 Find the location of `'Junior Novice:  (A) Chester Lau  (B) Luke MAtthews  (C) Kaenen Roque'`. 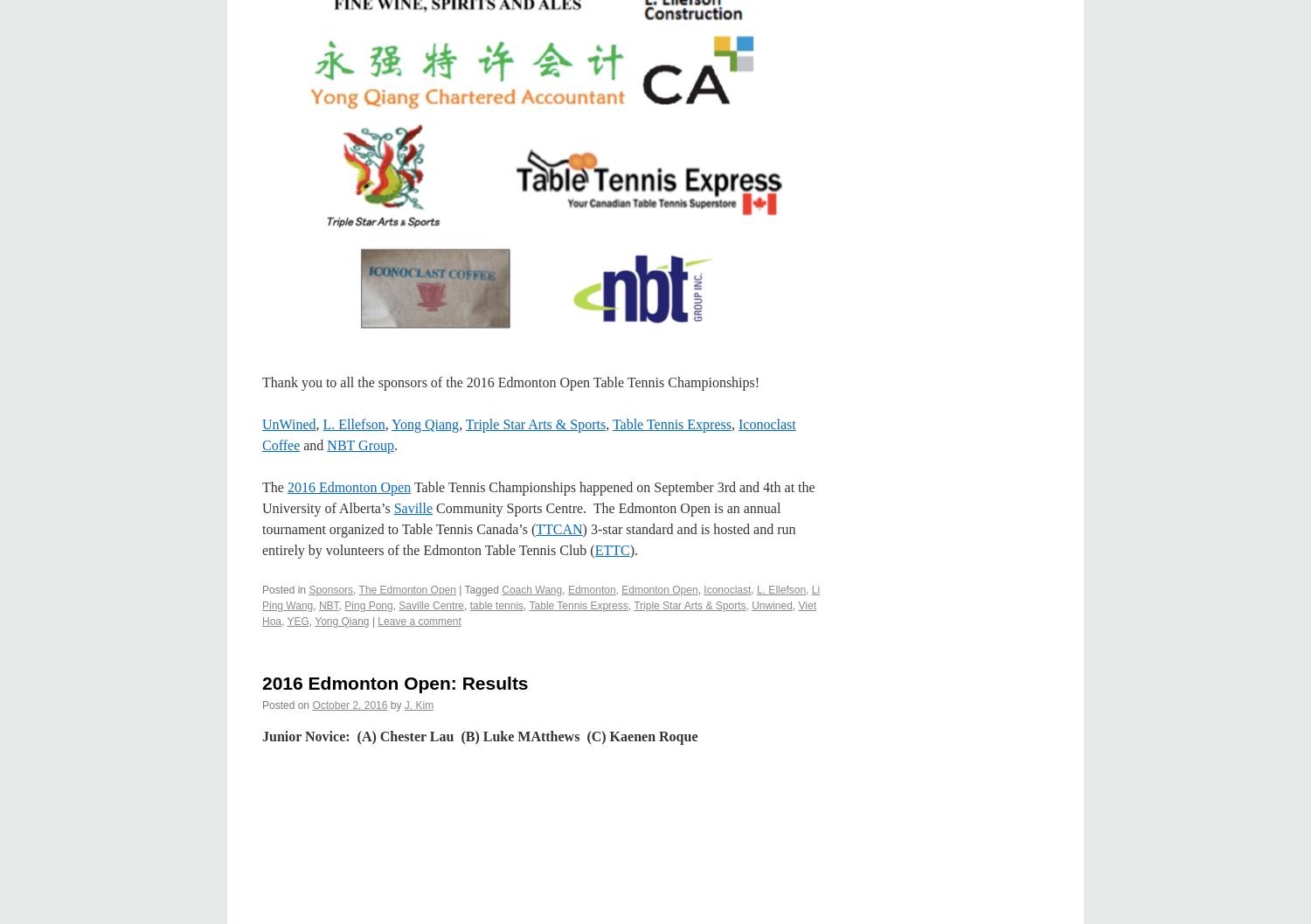

'Junior Novice:  (A) Chester Lau  (B) Luke MAtthews  (C) Kaenen Roque' is located at coordinates (262, 735).